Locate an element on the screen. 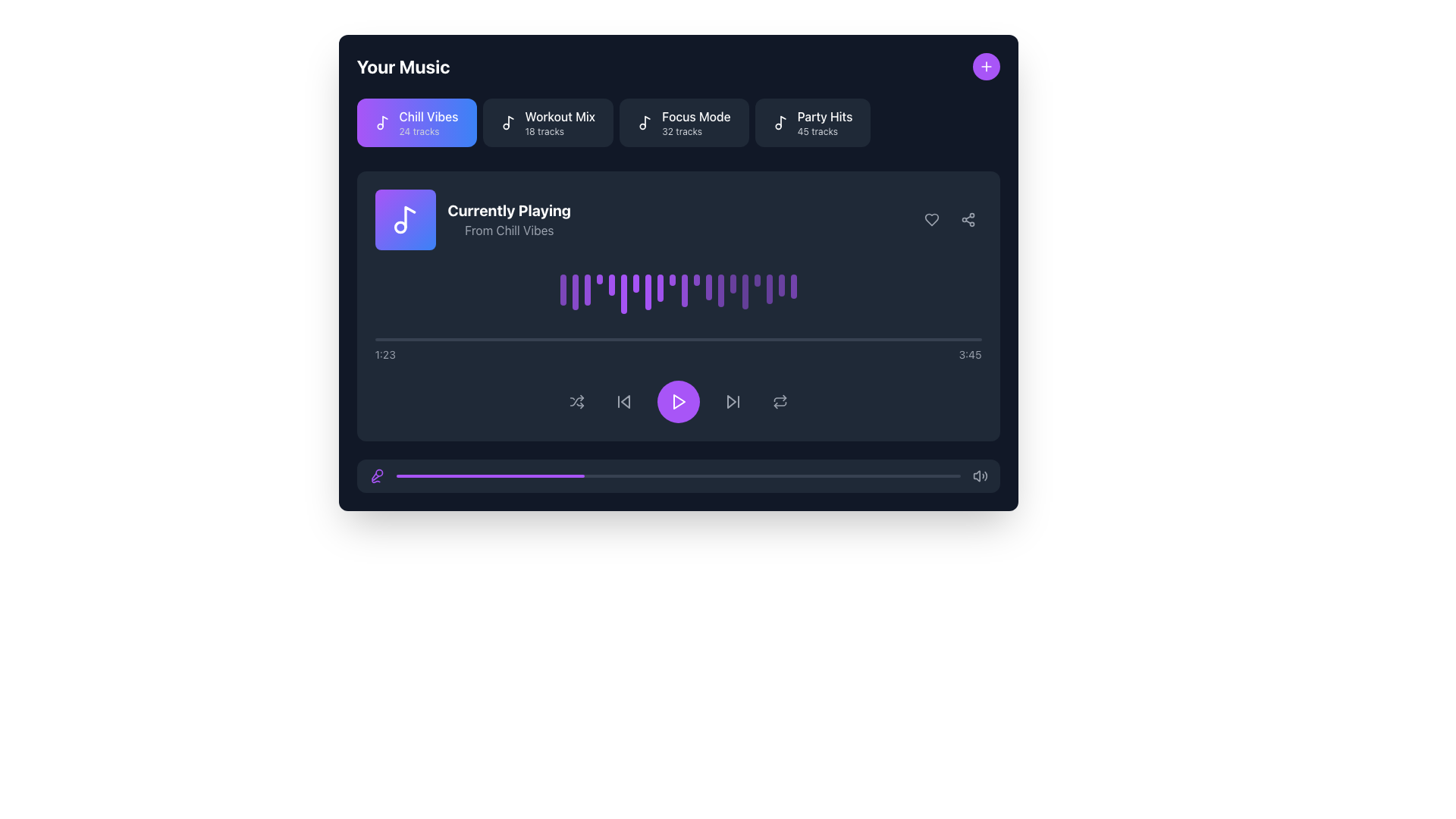  the 'Shuffle' SVG icon, which is the first icon from the left in the playback control bar is located at coordinates (576, 401).